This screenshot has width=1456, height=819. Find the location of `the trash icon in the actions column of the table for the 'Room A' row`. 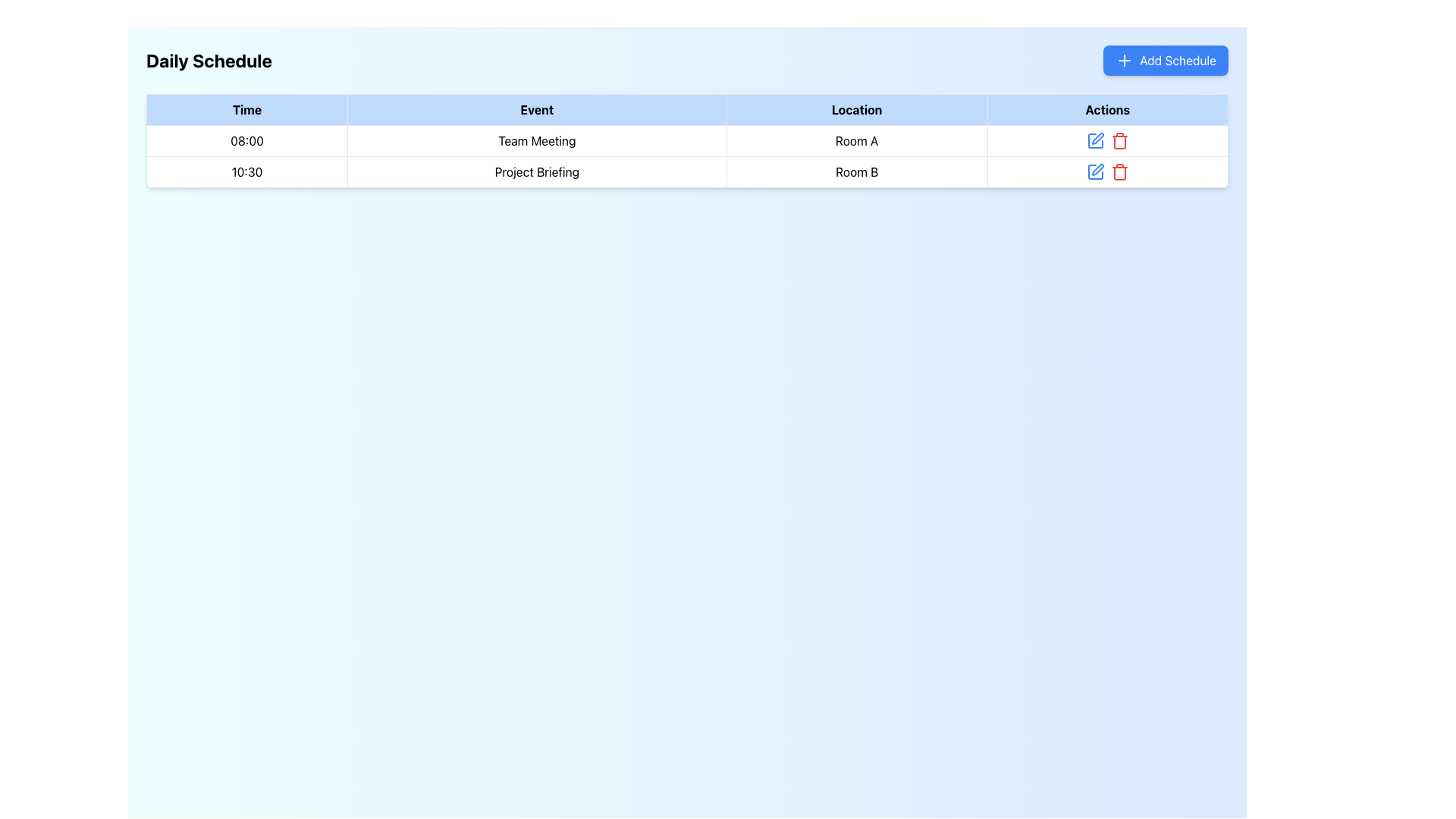

the trash icon in the actions column of the table for the 'Room A' row is located at coordinates (1107, 140).